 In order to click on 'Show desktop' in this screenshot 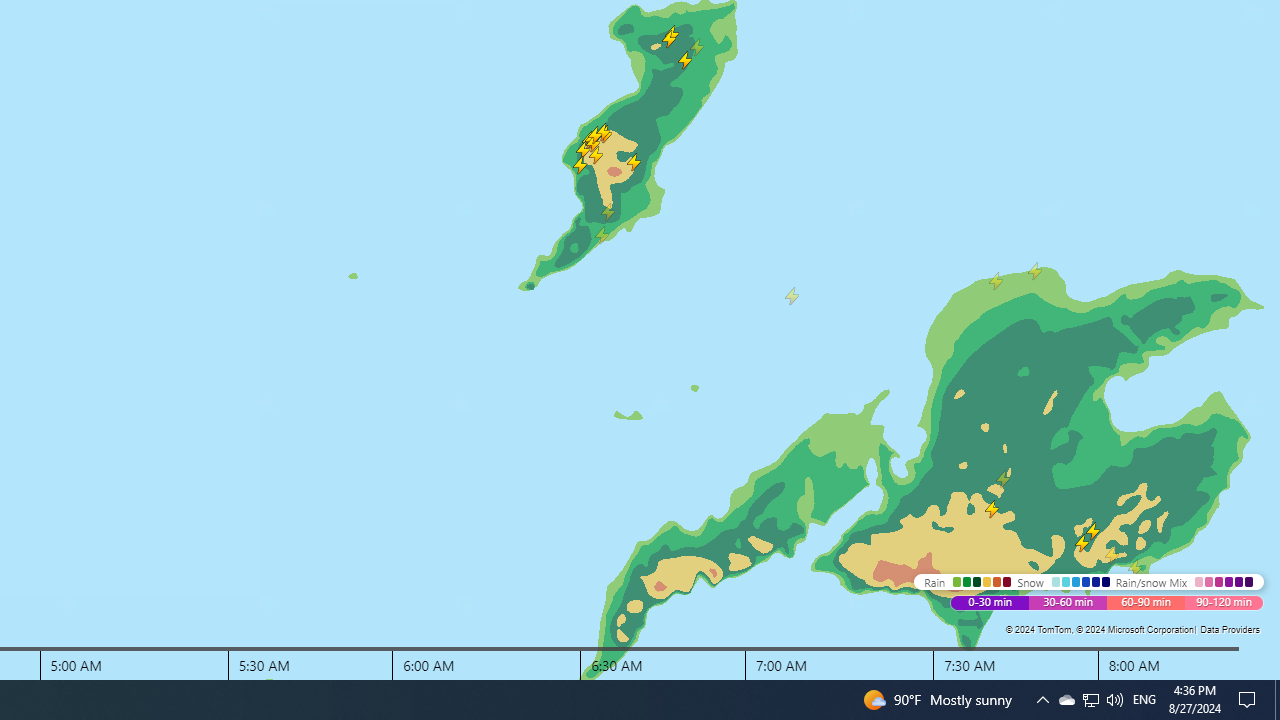, I will do `click(1250, 698)`.